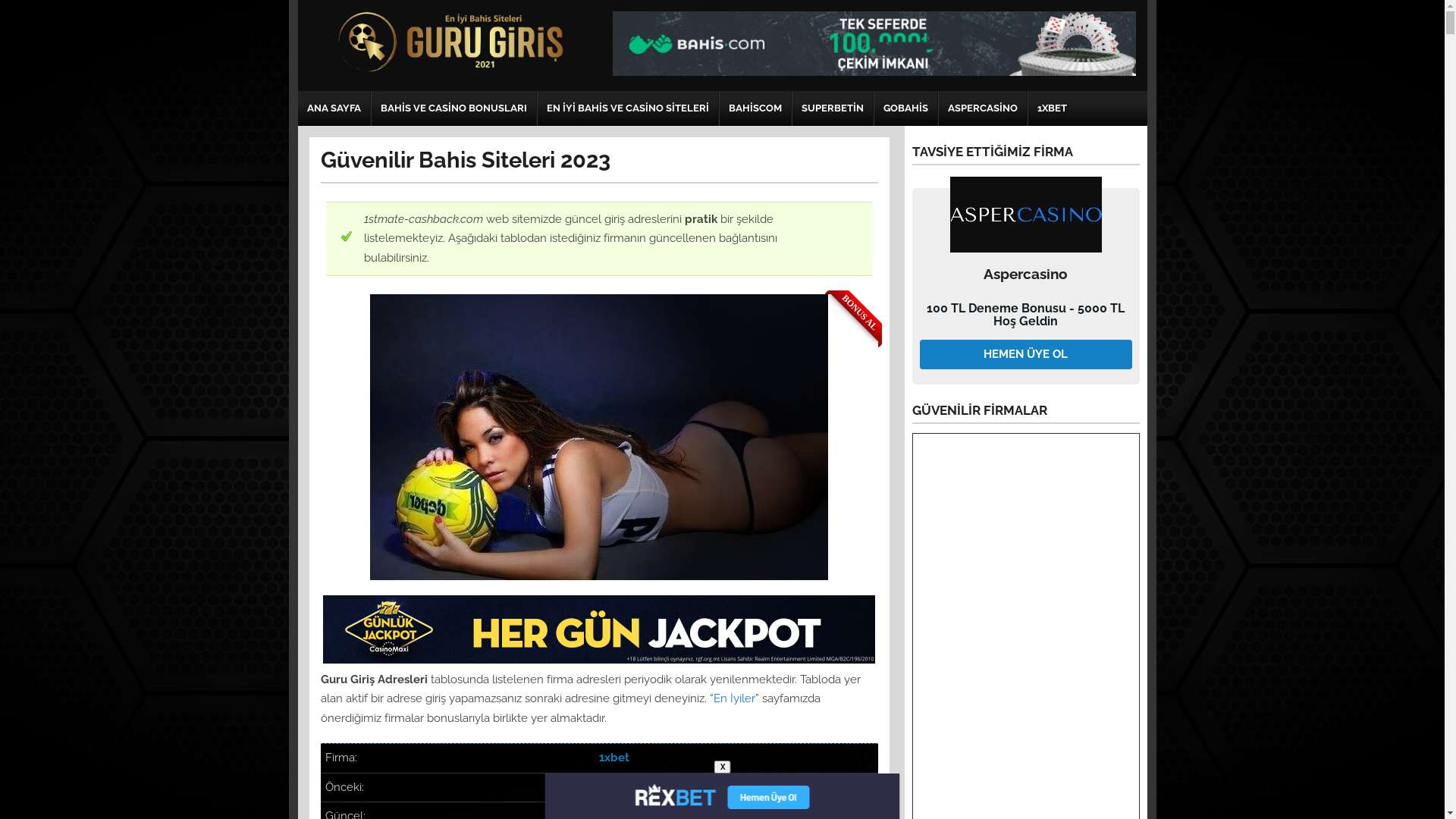 The height and width of the screenshot is (819, 1456). Describe the element at coordinates (722, 767) in the screenshot. I see `'X'` at that location.